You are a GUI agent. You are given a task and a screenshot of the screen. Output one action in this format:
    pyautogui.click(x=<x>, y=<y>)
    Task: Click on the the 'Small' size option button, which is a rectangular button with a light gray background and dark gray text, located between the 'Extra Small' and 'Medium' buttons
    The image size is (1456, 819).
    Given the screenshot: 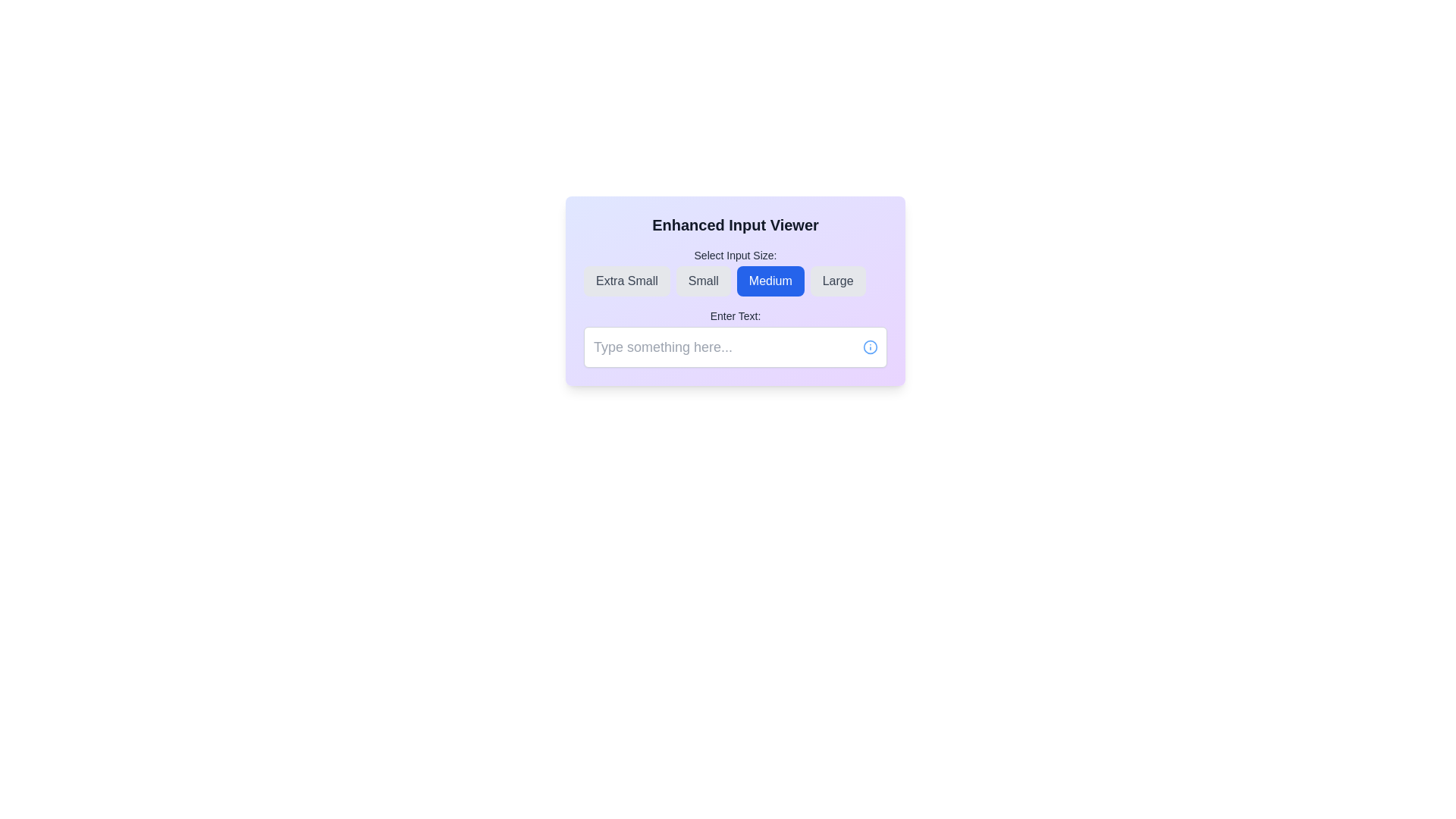 What is the action you would take?
    pyautogui.click(x=702, y=281)
    